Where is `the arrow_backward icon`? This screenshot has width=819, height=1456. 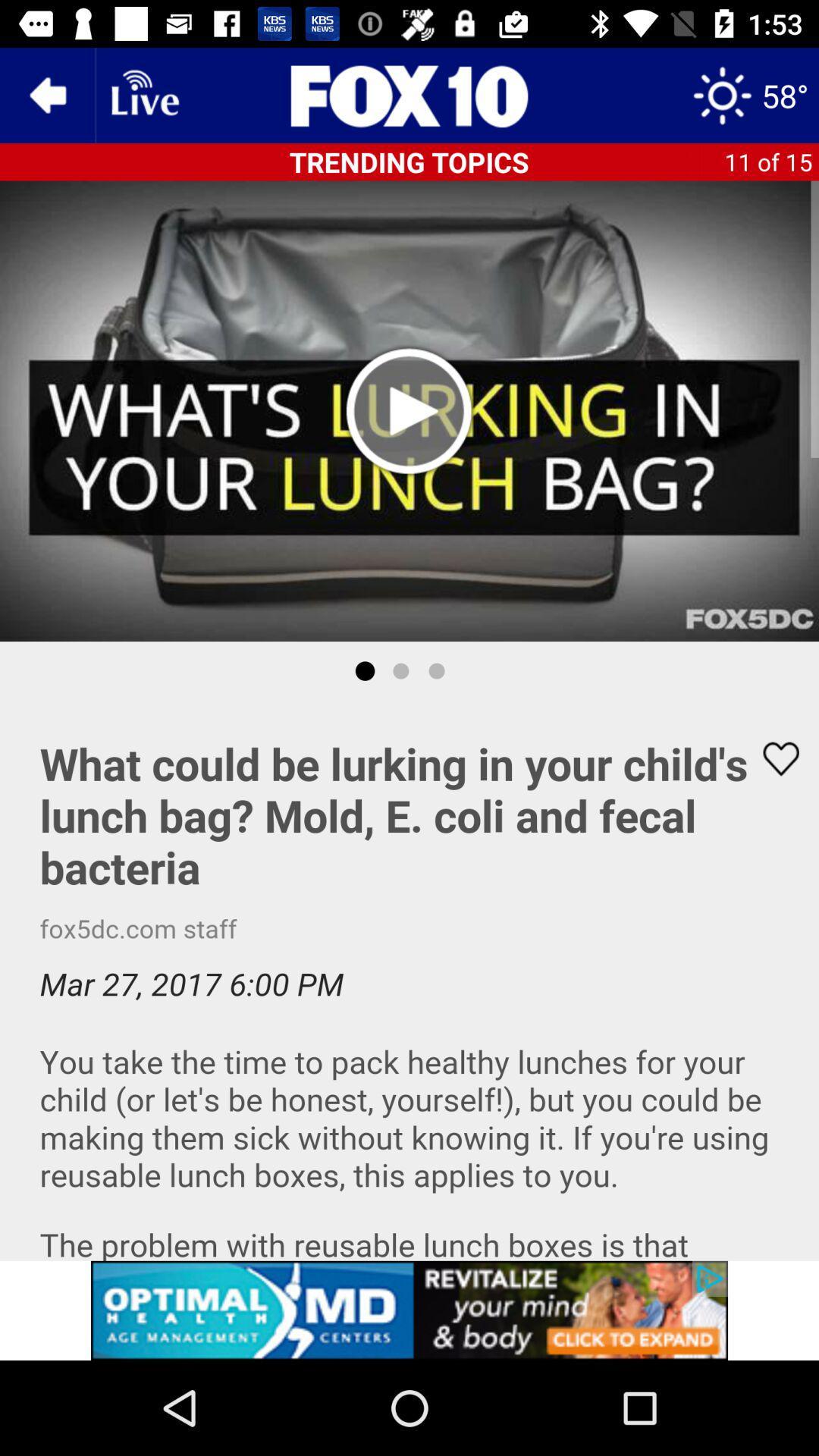 the arrow_backward icon is located at coordinates (46, 94).